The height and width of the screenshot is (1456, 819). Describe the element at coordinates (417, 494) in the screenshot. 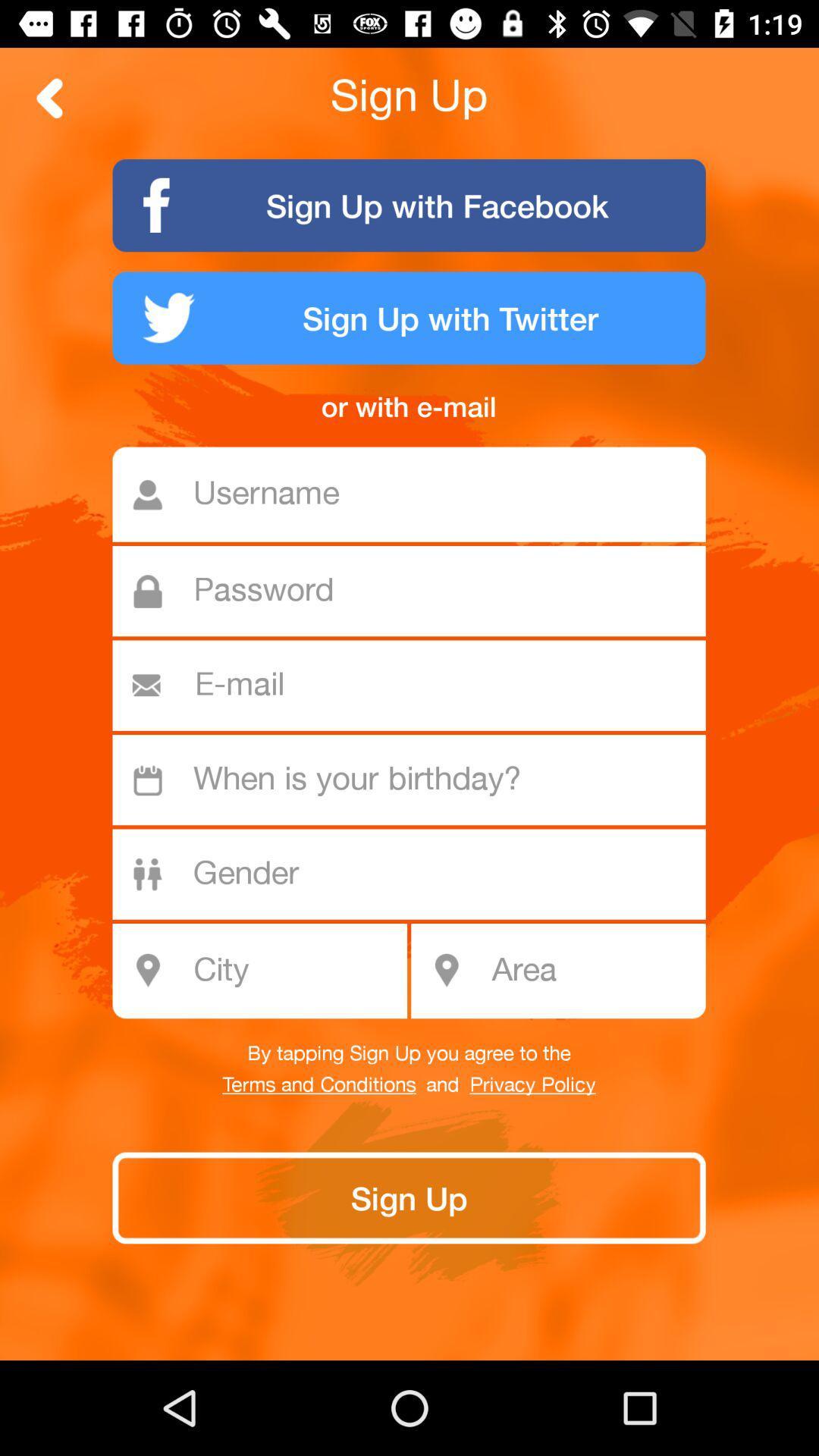

I see `type username` at that location.